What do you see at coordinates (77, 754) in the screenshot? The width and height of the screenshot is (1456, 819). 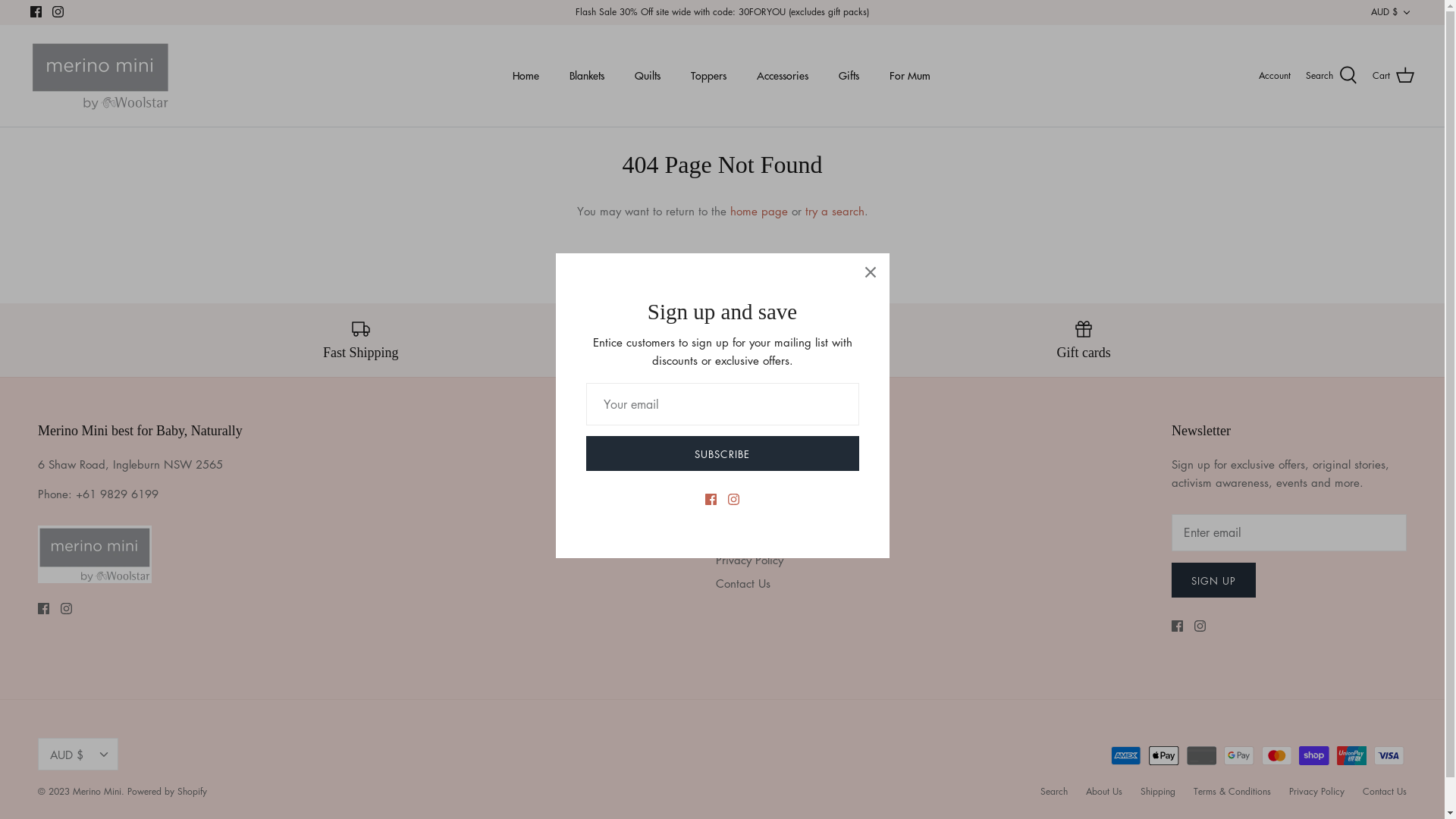 I see `'AUD $` at bounding box center [77, 754].